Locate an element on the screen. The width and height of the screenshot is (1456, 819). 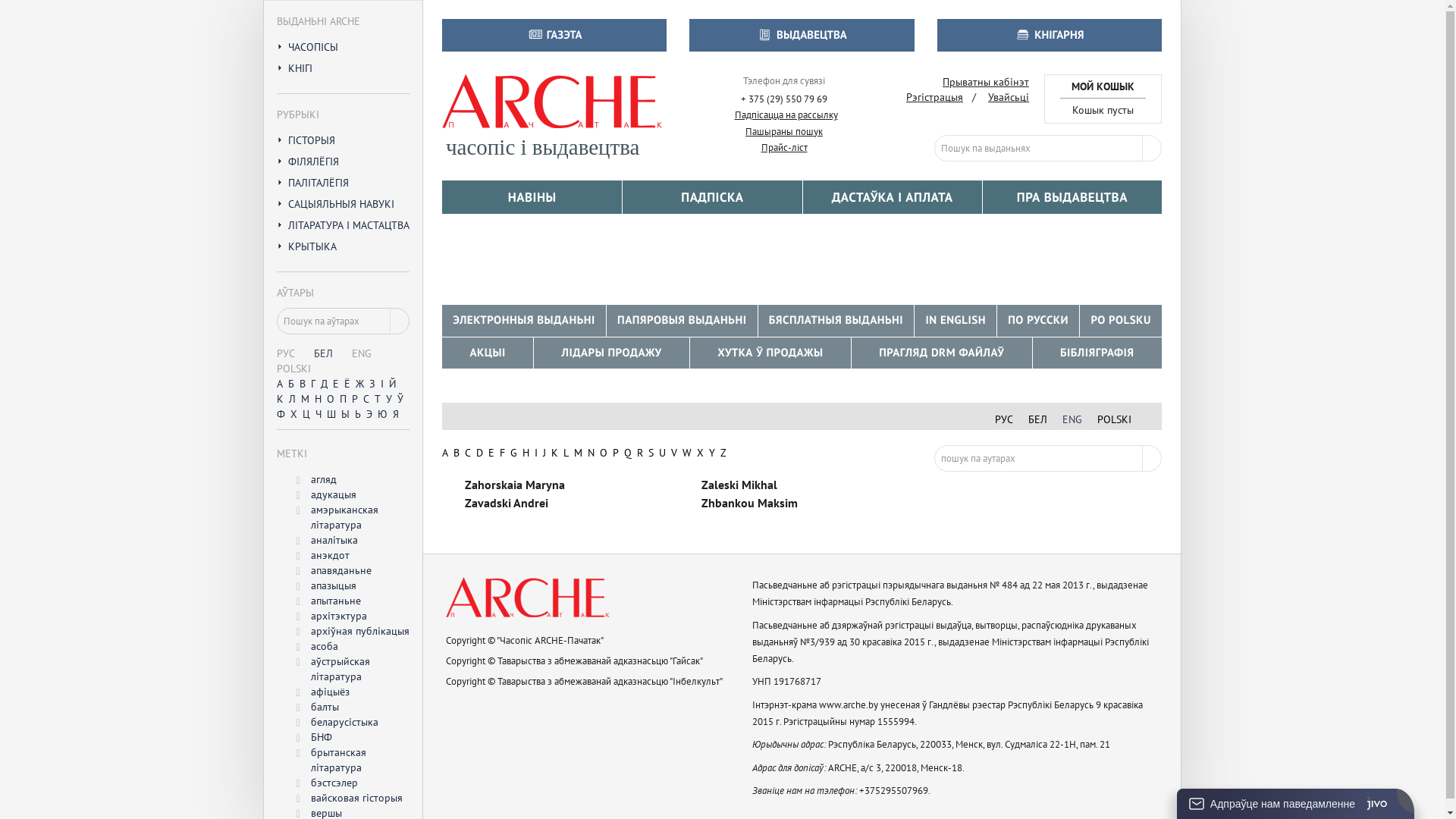
'X' is located at coordinates (699, 452).